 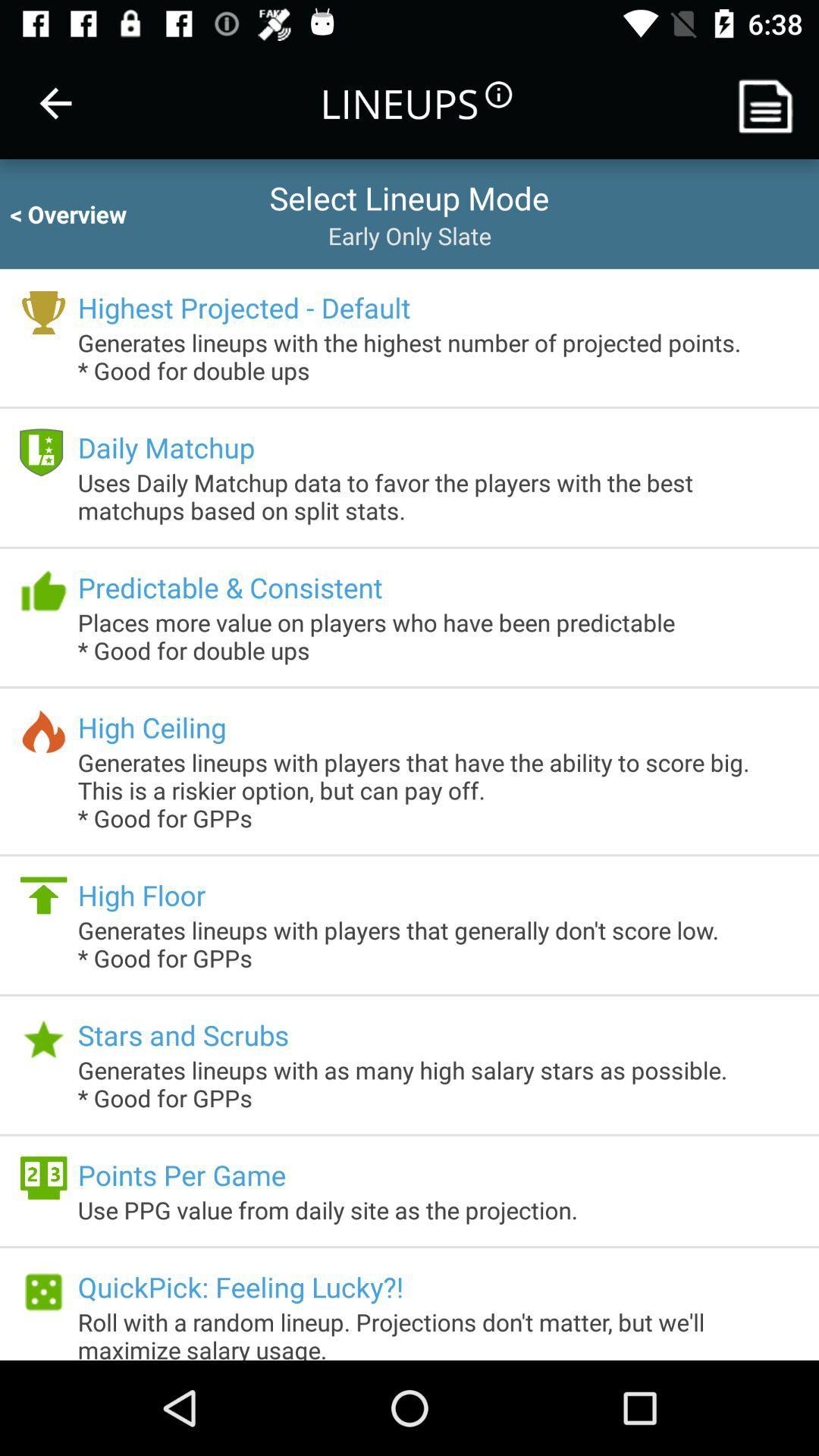 I want to click on the item next to the lineups item, so click(x=55, y=102).